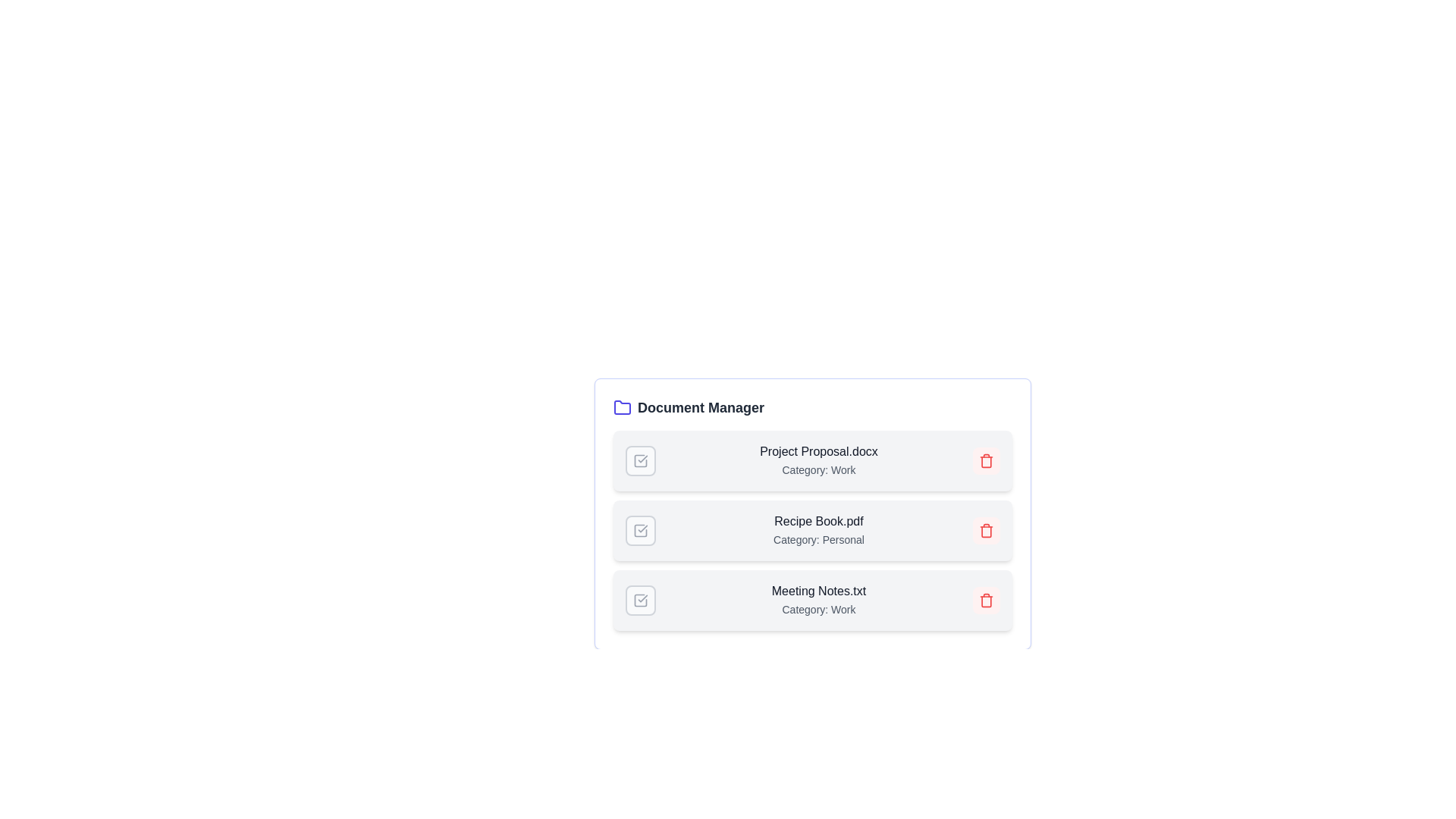  I want to click on the text label displaying 'Recipe Book.pdf' which is styled in medium font weight and is part of a list of documents, so click(818, 529).